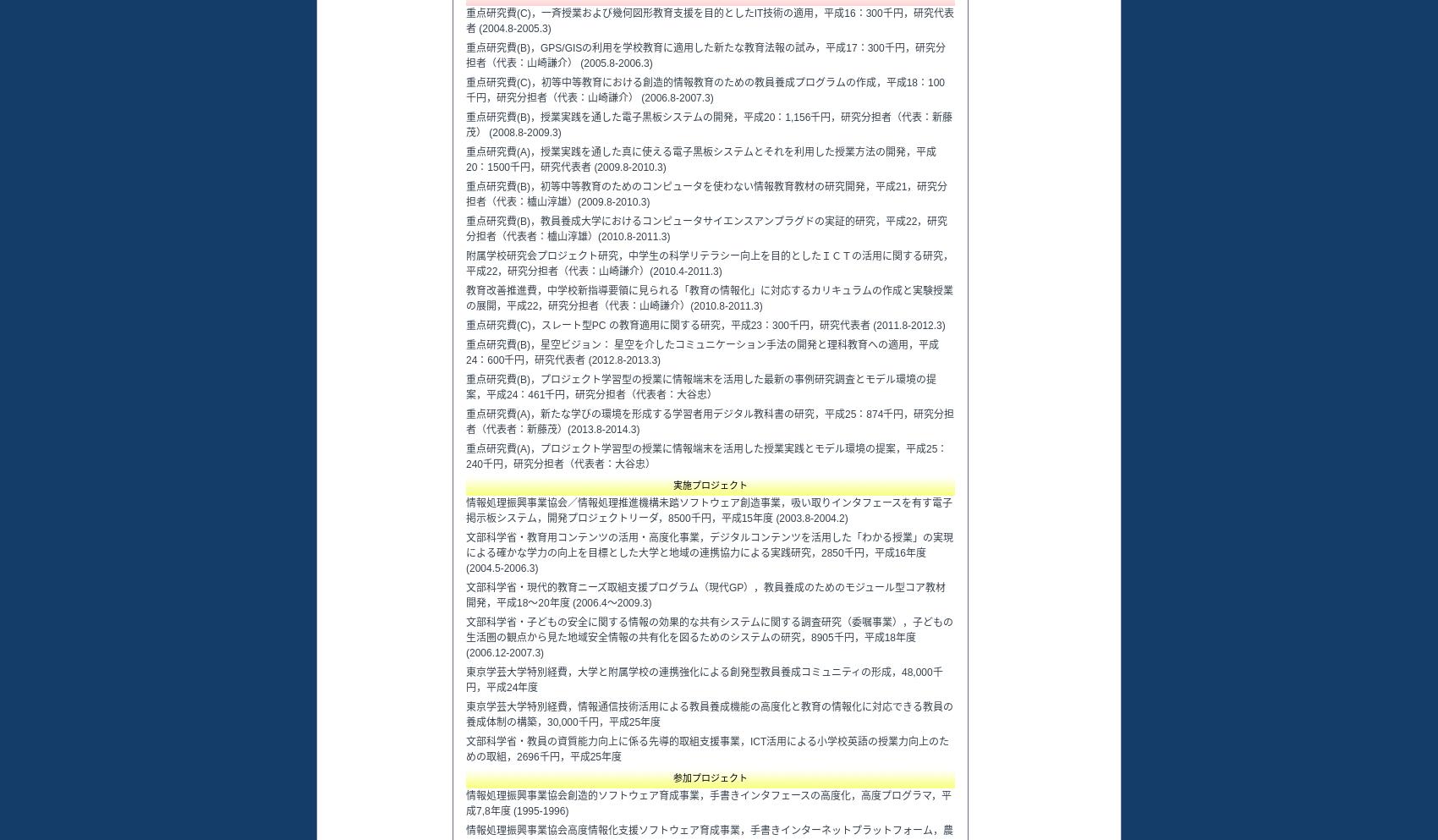 Image resolution: width=1438 pixels, height=840 pixels. I want to click on '文部科学省・教員の資質能力向上に係る先導的取組支援事業，ICT活用による小学校英語の授業力向上のための取組，2696千円，平成25年度', so click(464, 749).